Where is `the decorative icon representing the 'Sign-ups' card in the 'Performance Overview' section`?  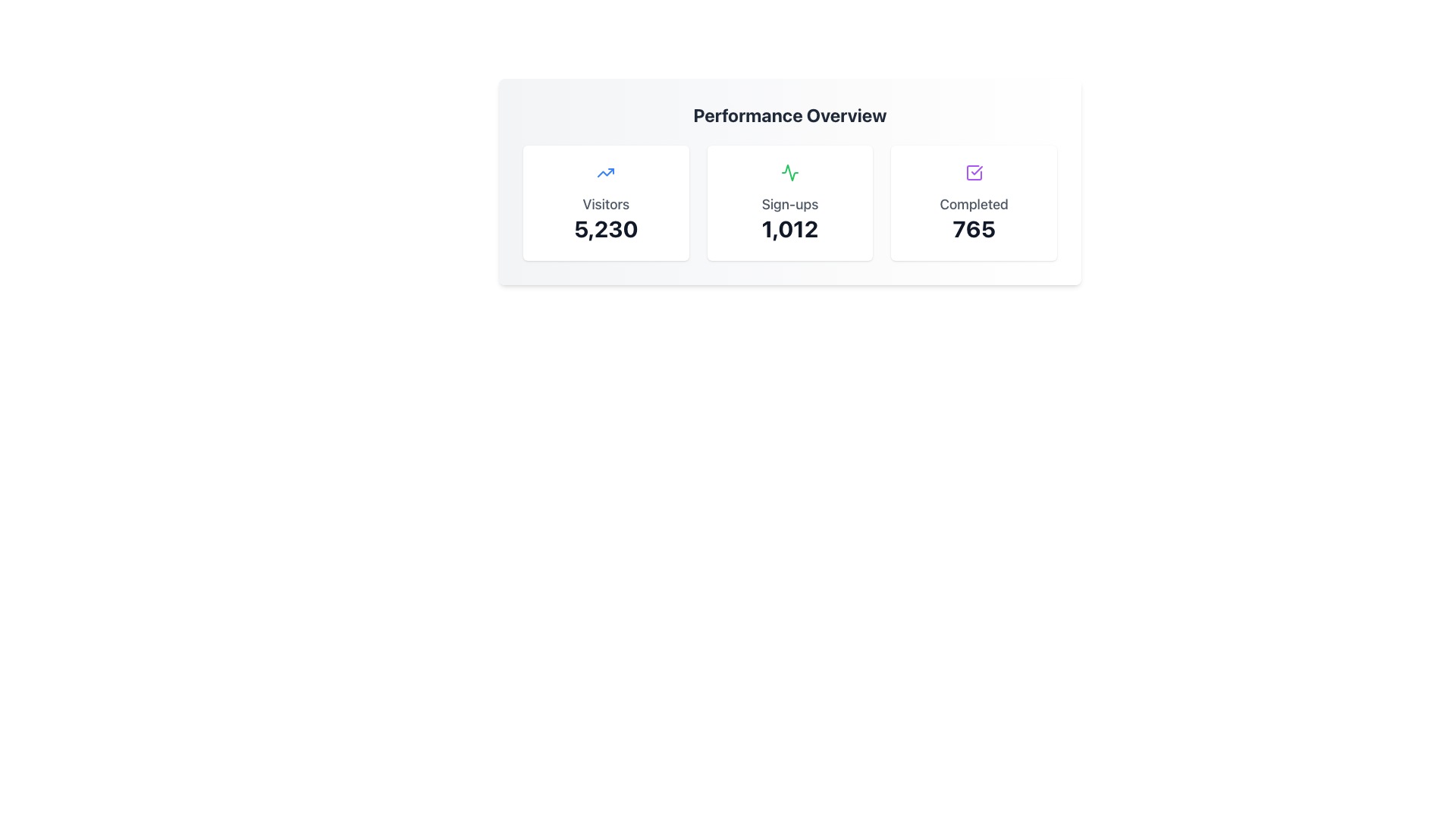
the decorative icon representing the 'Sign-ups' card in the 'Performance Overview' section is located at coordinates (789, 171).